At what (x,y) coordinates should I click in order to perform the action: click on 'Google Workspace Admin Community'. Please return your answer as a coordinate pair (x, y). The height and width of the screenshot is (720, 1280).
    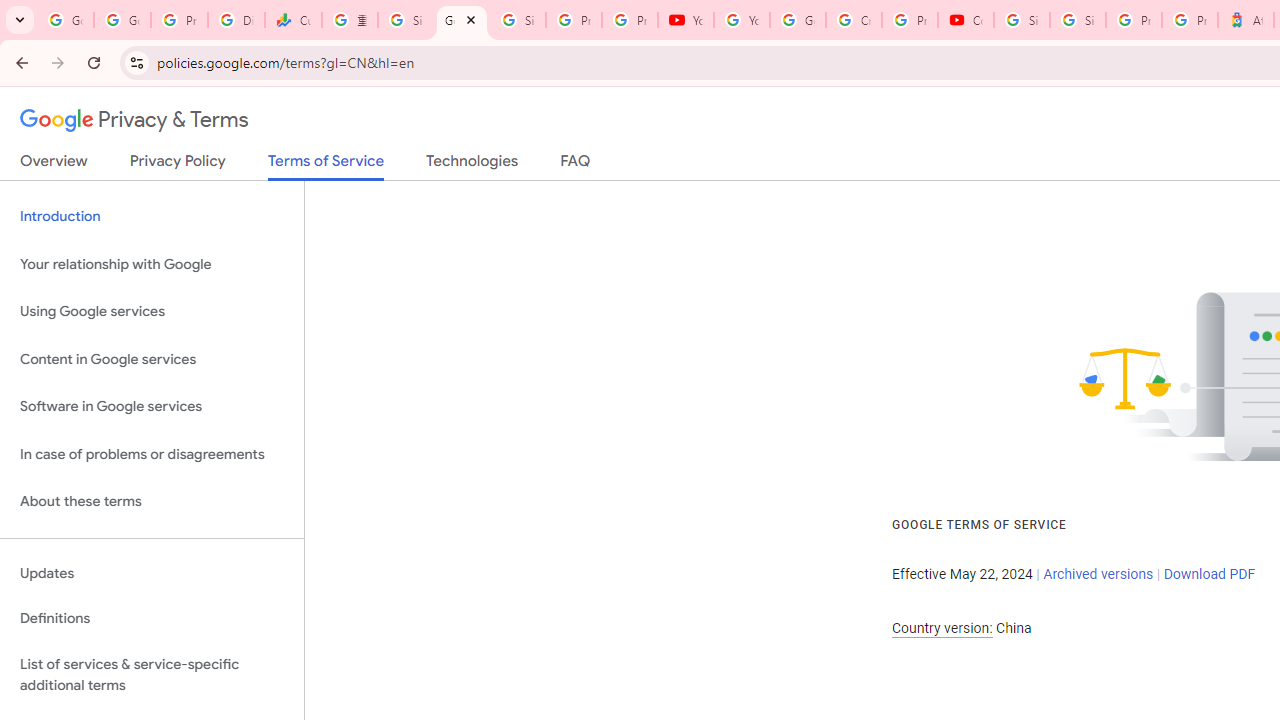
    Looking at the image, I should click on (65, 20).